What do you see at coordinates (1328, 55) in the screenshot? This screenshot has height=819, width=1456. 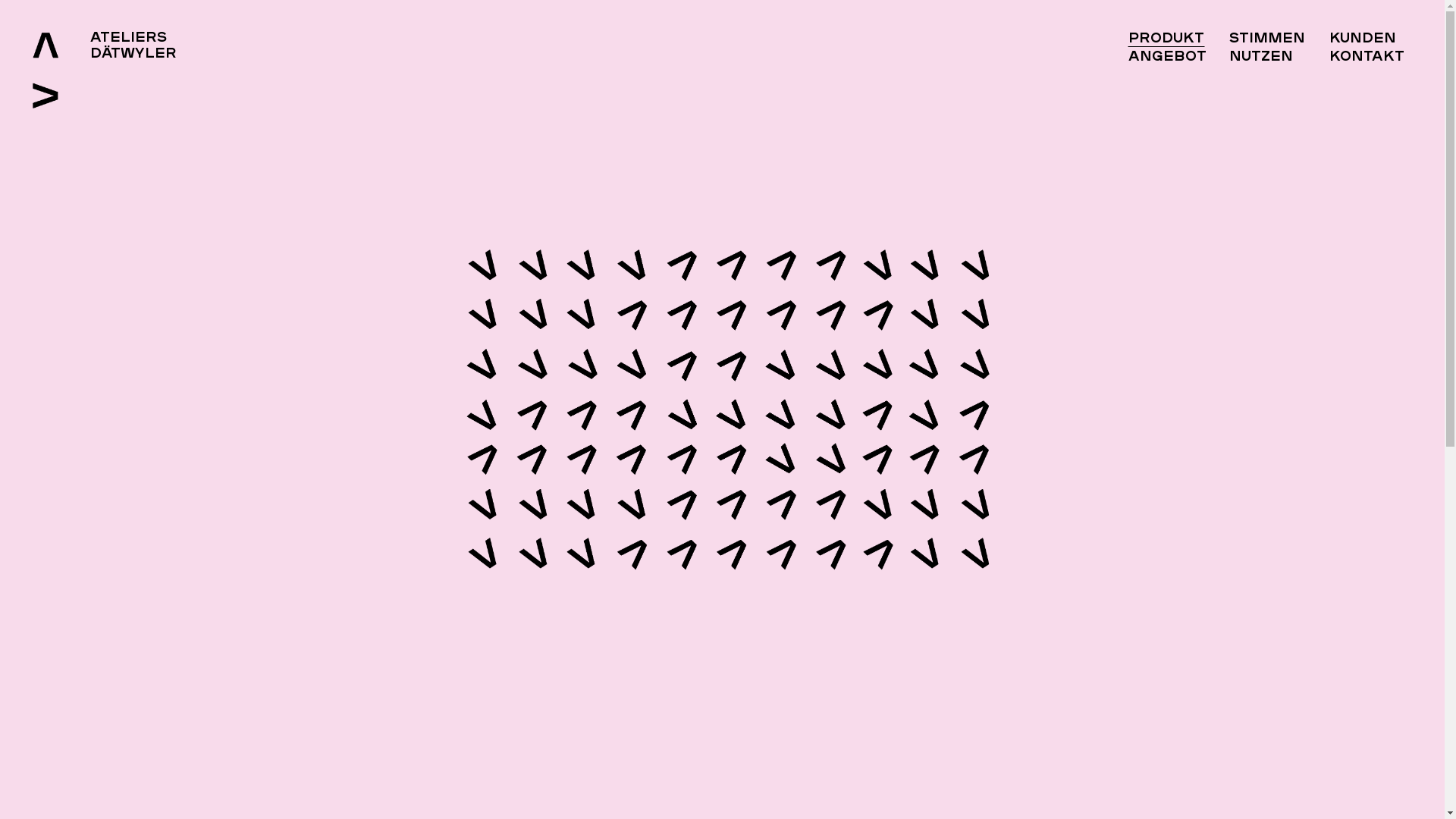 I see `'Kontakt'` at bounding box center [1328, 55].